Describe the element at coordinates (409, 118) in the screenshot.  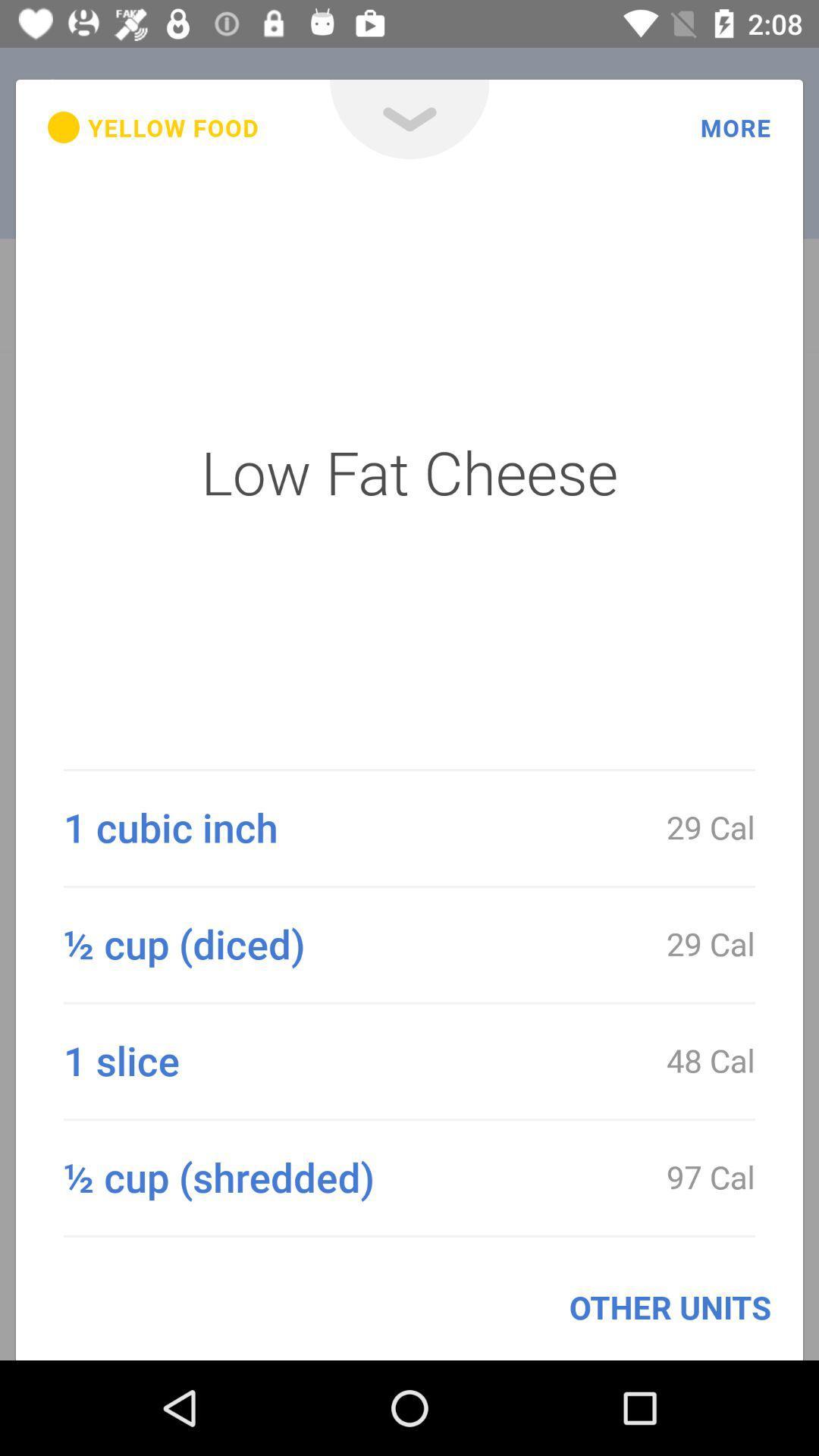
I see `icon next to yellow food` at that location.